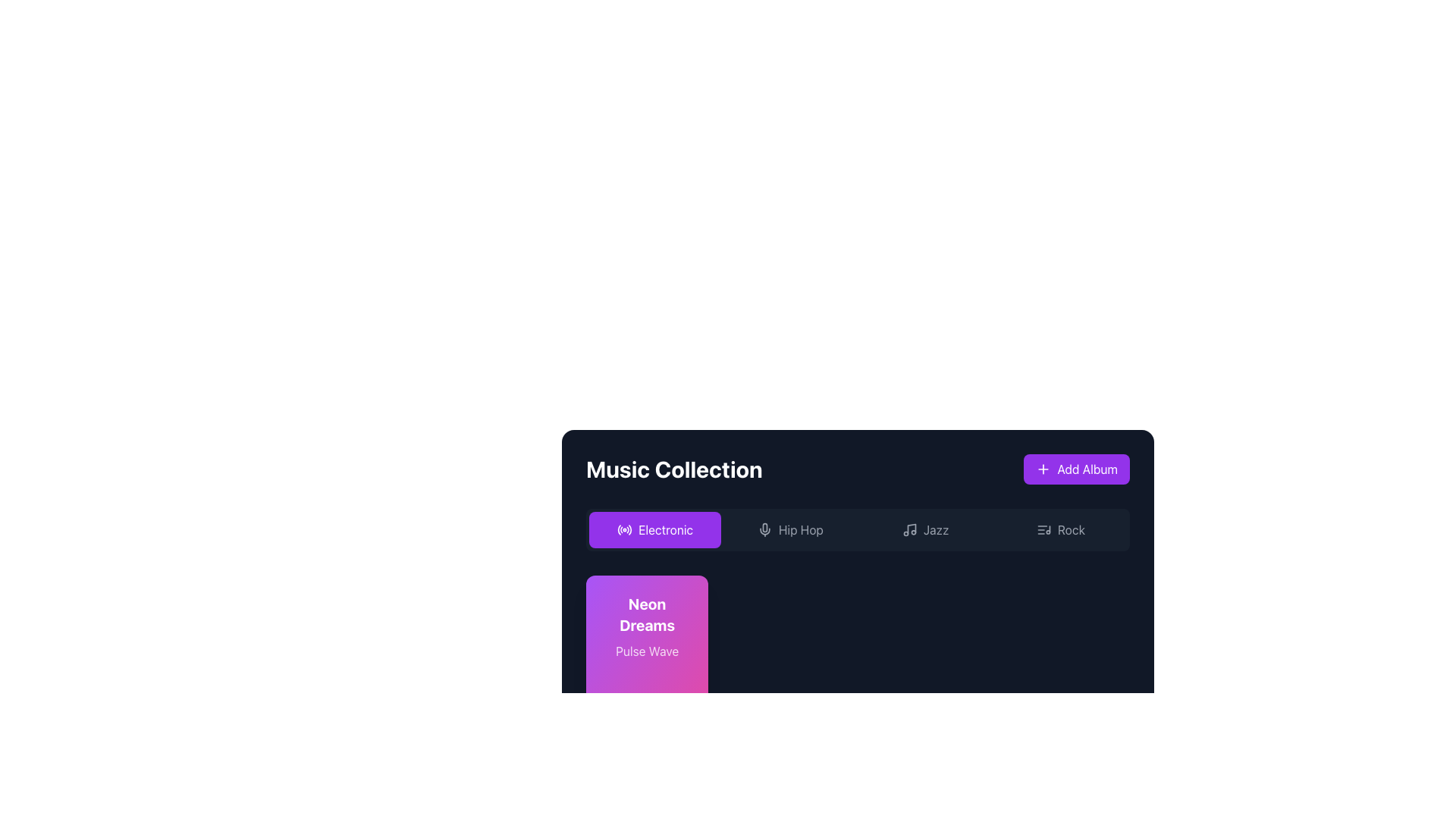 The width and height of the screenshot is (1456, 819). I want to click on the 'Hip Hop' music genre icon located in the navigation bar, which is situated between the 'Electronic' and 'Jazz' sections, so click(764, 529).